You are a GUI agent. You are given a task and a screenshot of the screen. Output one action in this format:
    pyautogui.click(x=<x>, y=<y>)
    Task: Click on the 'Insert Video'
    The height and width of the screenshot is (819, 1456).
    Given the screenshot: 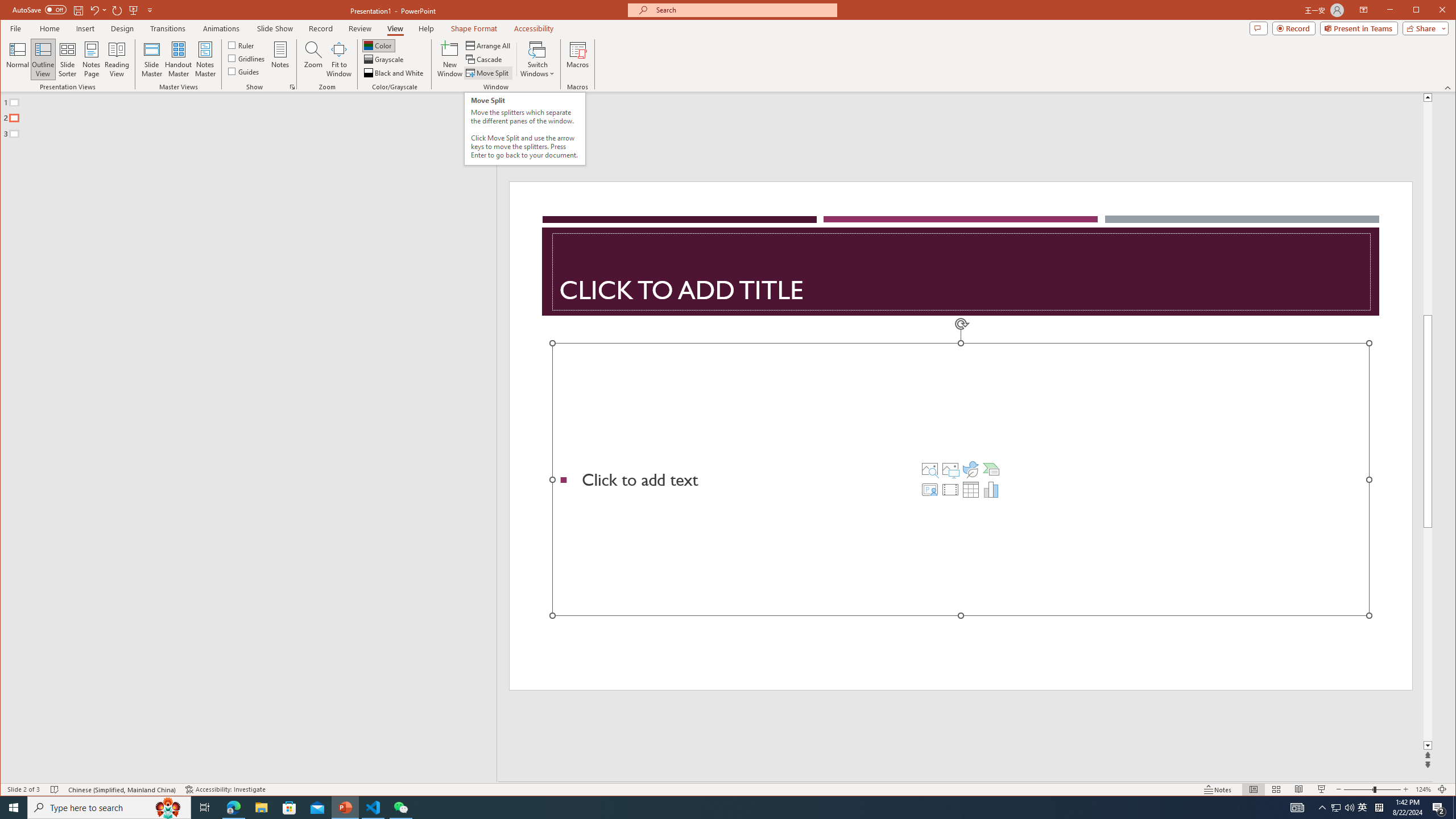 What is the action you would take?
    pyautogui.click(x=950, y=490)
    